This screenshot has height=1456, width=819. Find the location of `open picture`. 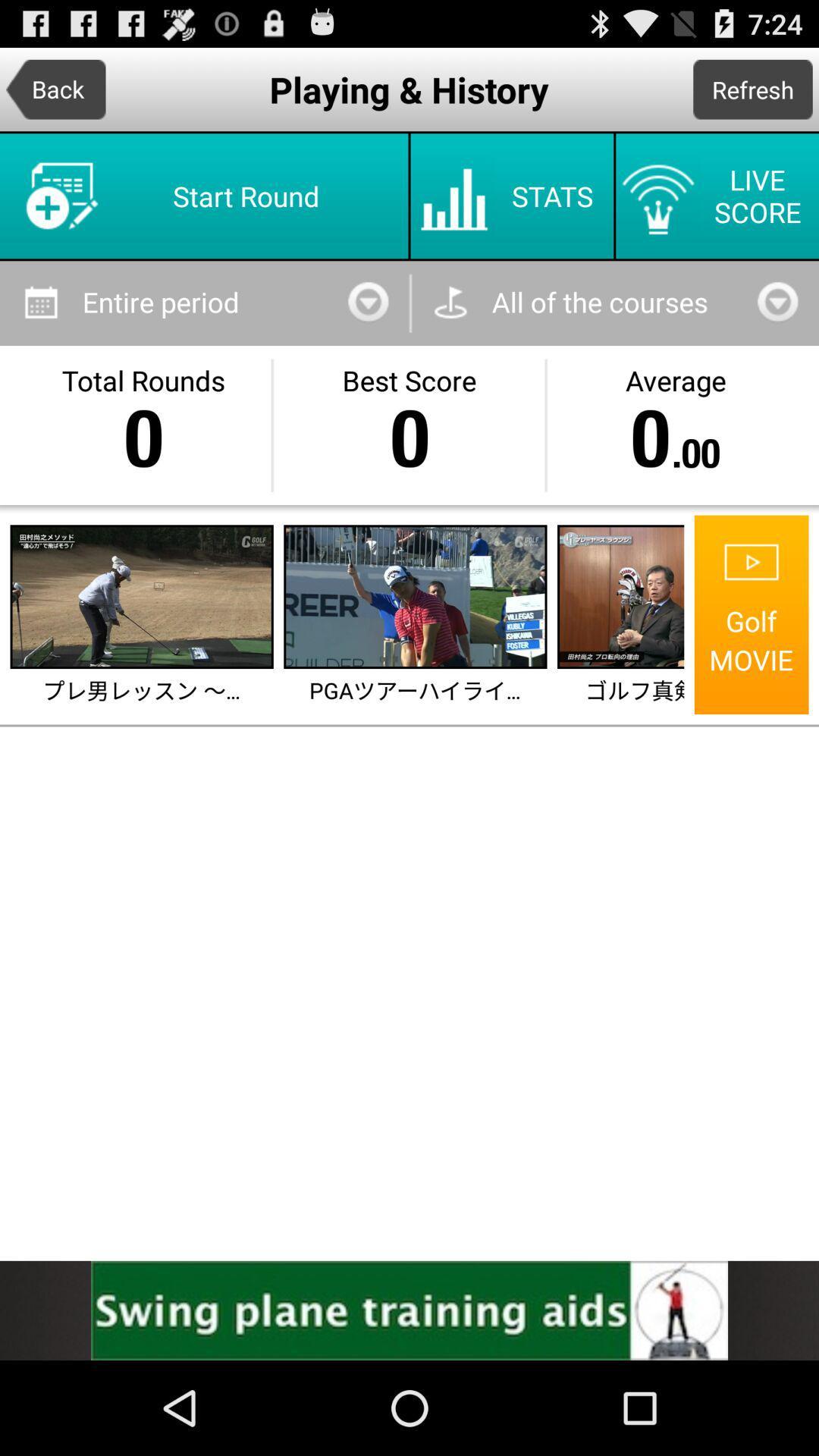

open picture is located at coordinates (142, 596).